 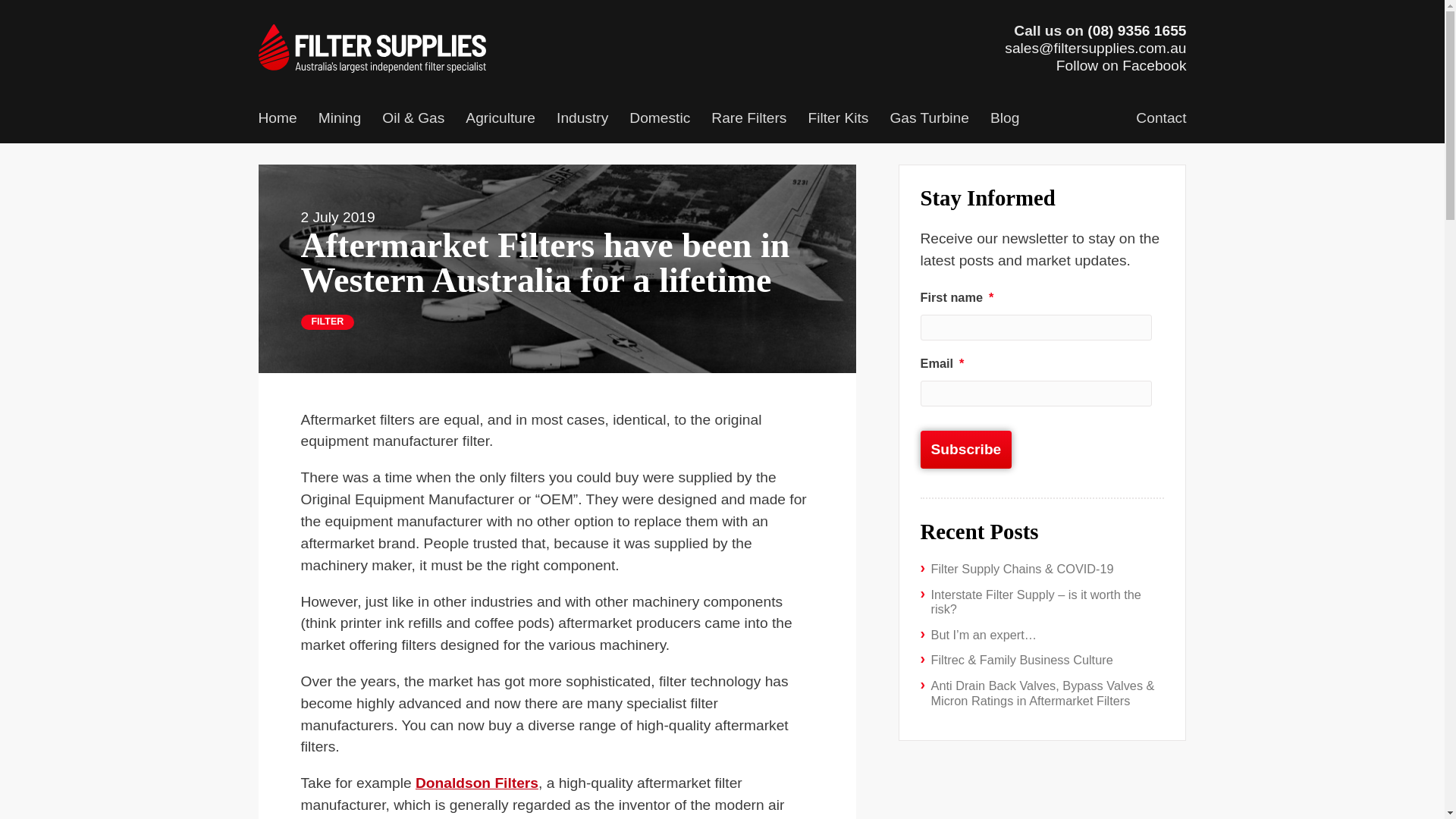 I want to click on 'Filtrec & Family Business Culture', so click(x=1022, y=659).